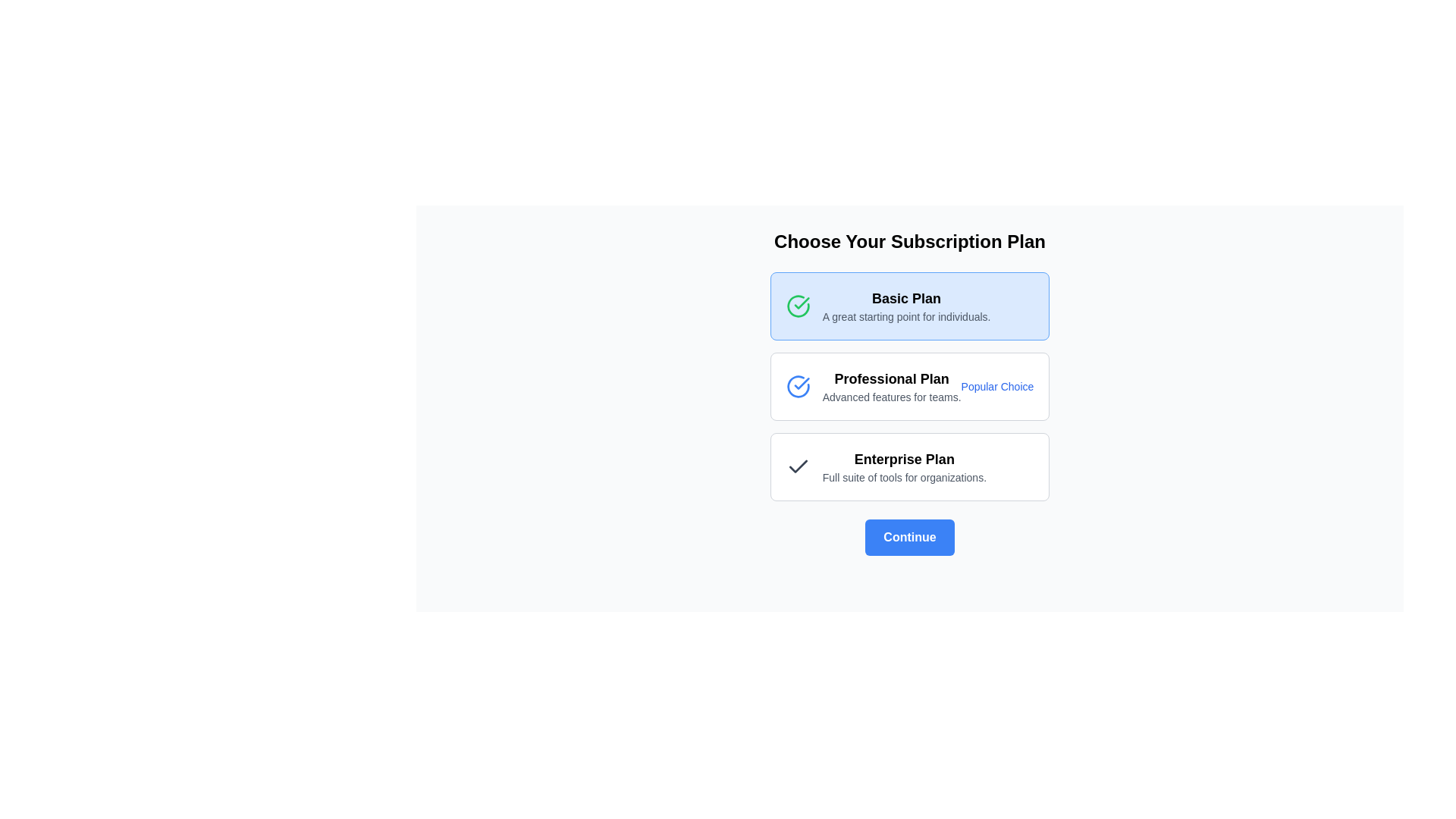 Image resolution: width=1456 pixels, height=819 pixels. Describe the element at coordinates (886, 466) in the screenshot. I see `the title text of the 'Enterprise Plan' subscription option` at that location.